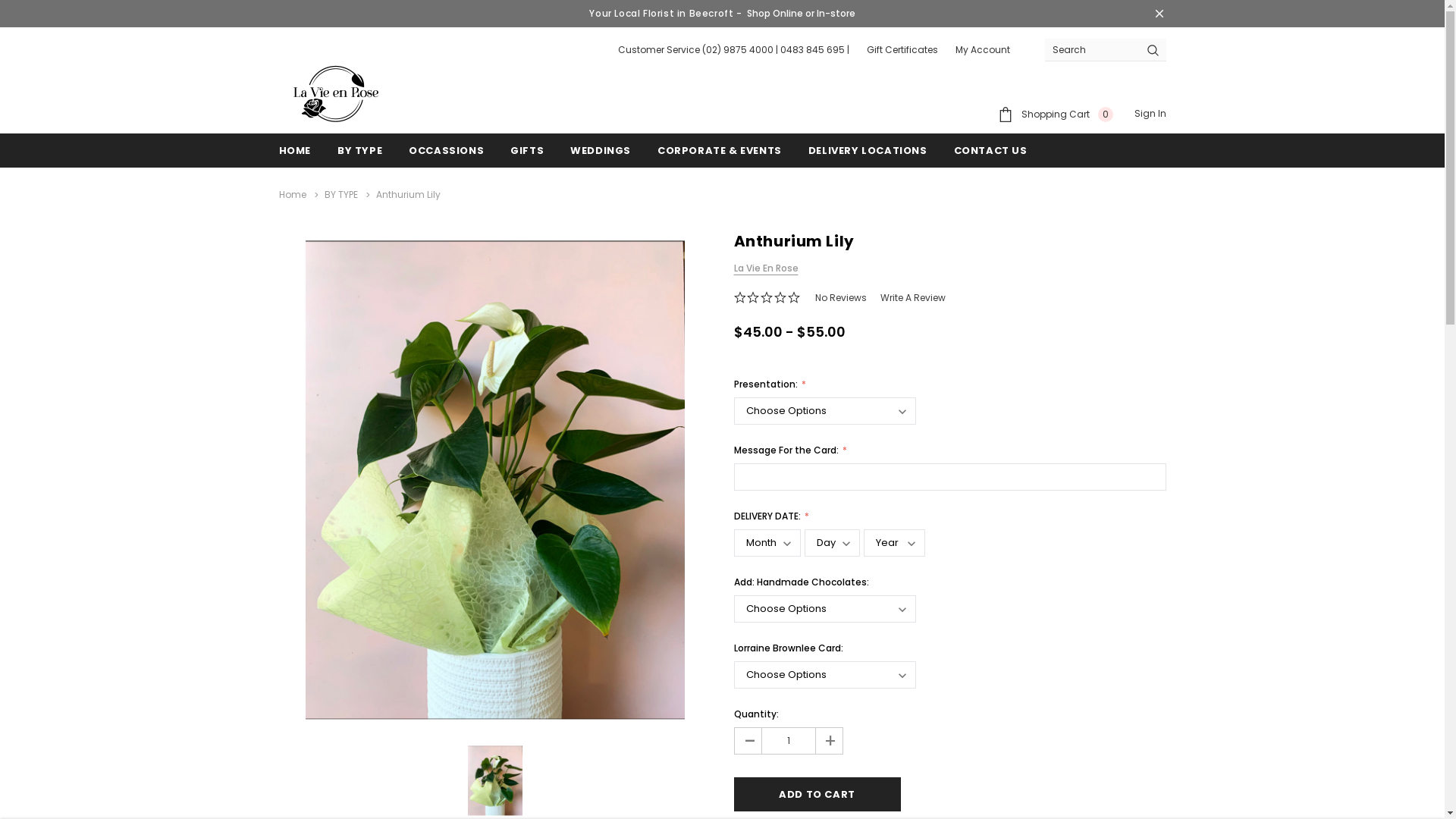 Image resolution: width=1456 pixels, height=819 pixels. Describe the element at coordinates (807, 150) in the screenshot. I see `'DELIVERY LOCATIONS'` at that location.